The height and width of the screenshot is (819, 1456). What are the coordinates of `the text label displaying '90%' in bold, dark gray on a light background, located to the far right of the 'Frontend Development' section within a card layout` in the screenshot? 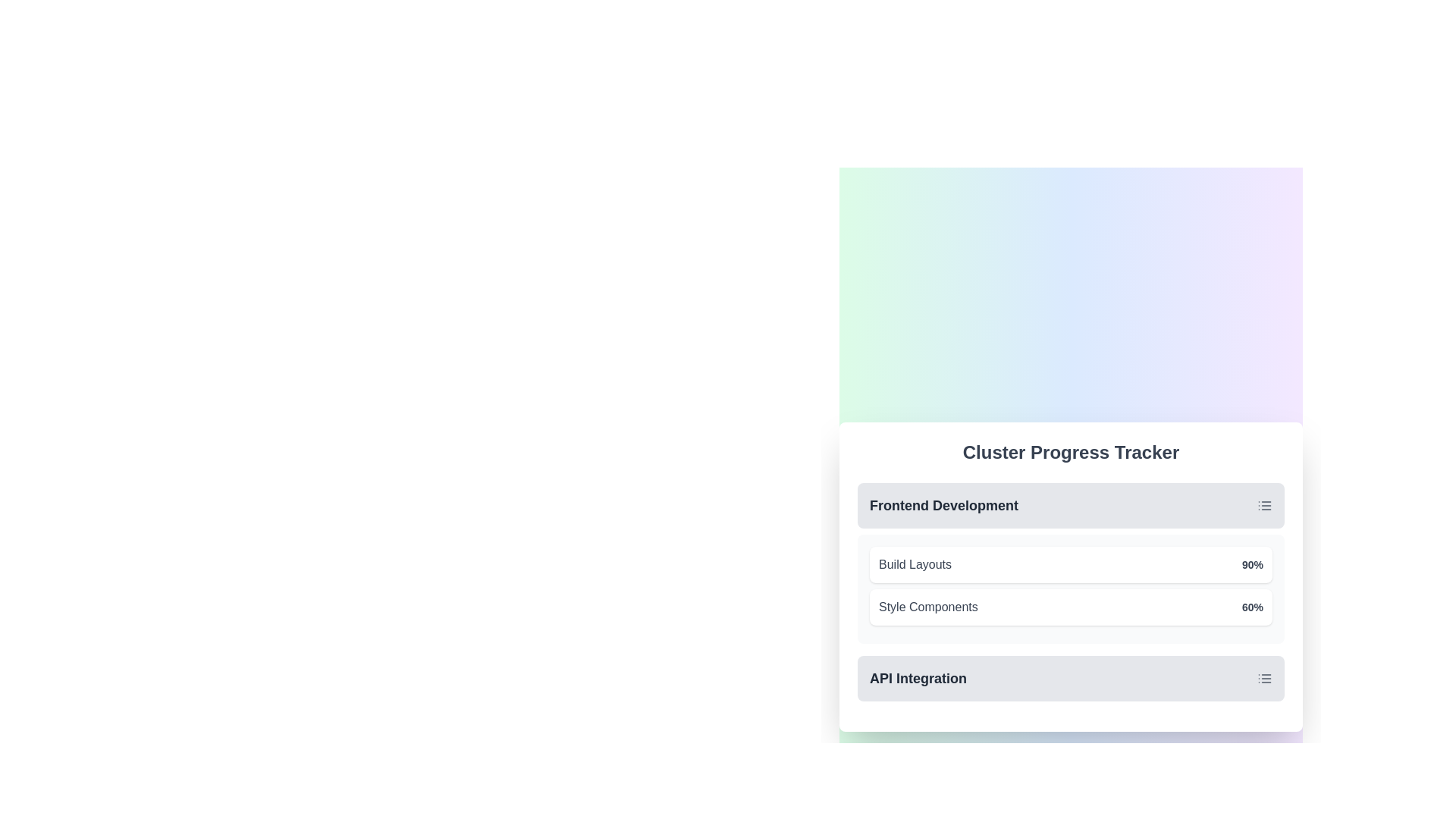 It's located at (1252, 564).